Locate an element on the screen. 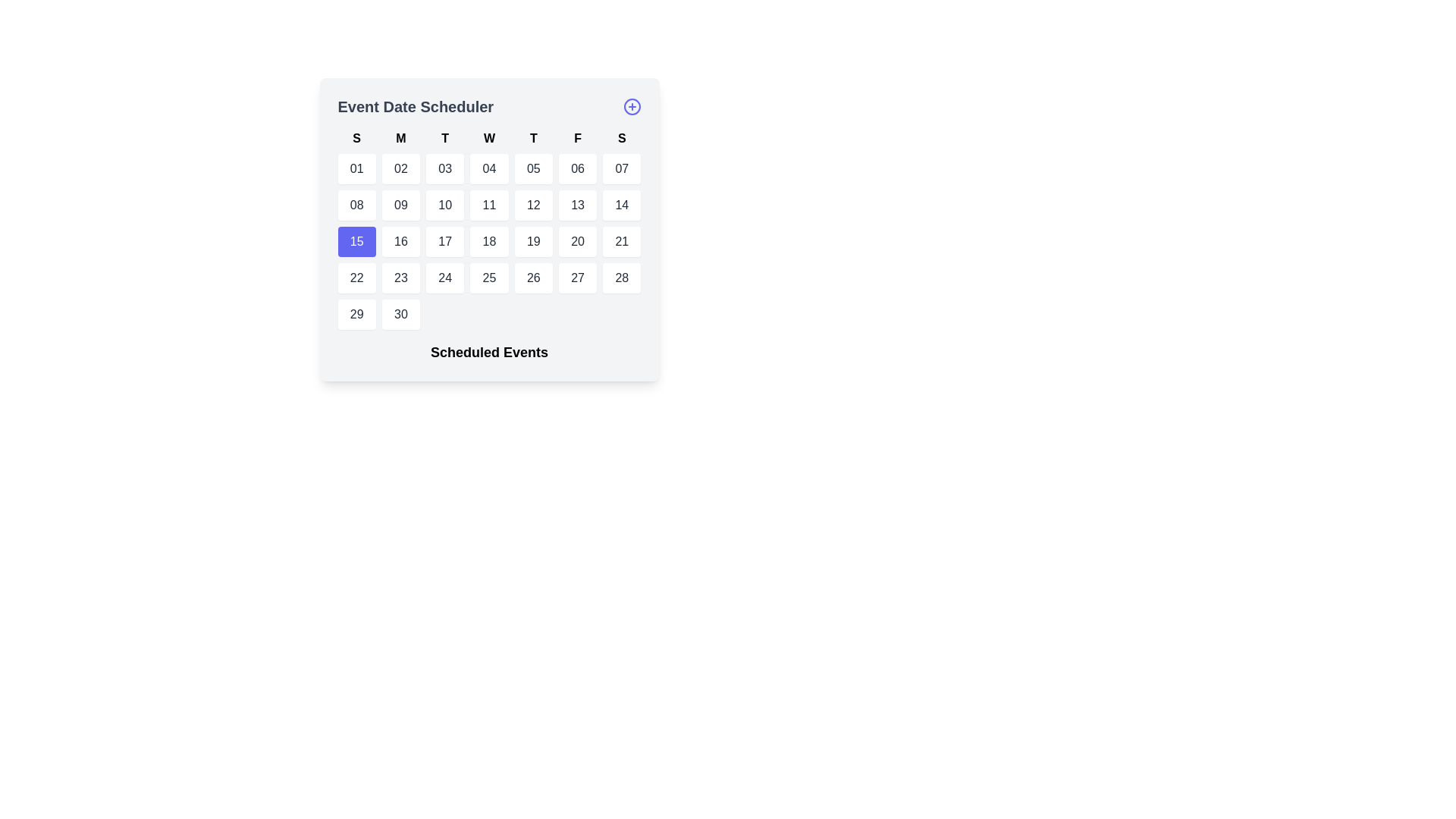  the calendar day entry button labeled '13' located under the weekday header 'F' in the third row and sixth column of the calendar widget is located at coordinates (577, 205).